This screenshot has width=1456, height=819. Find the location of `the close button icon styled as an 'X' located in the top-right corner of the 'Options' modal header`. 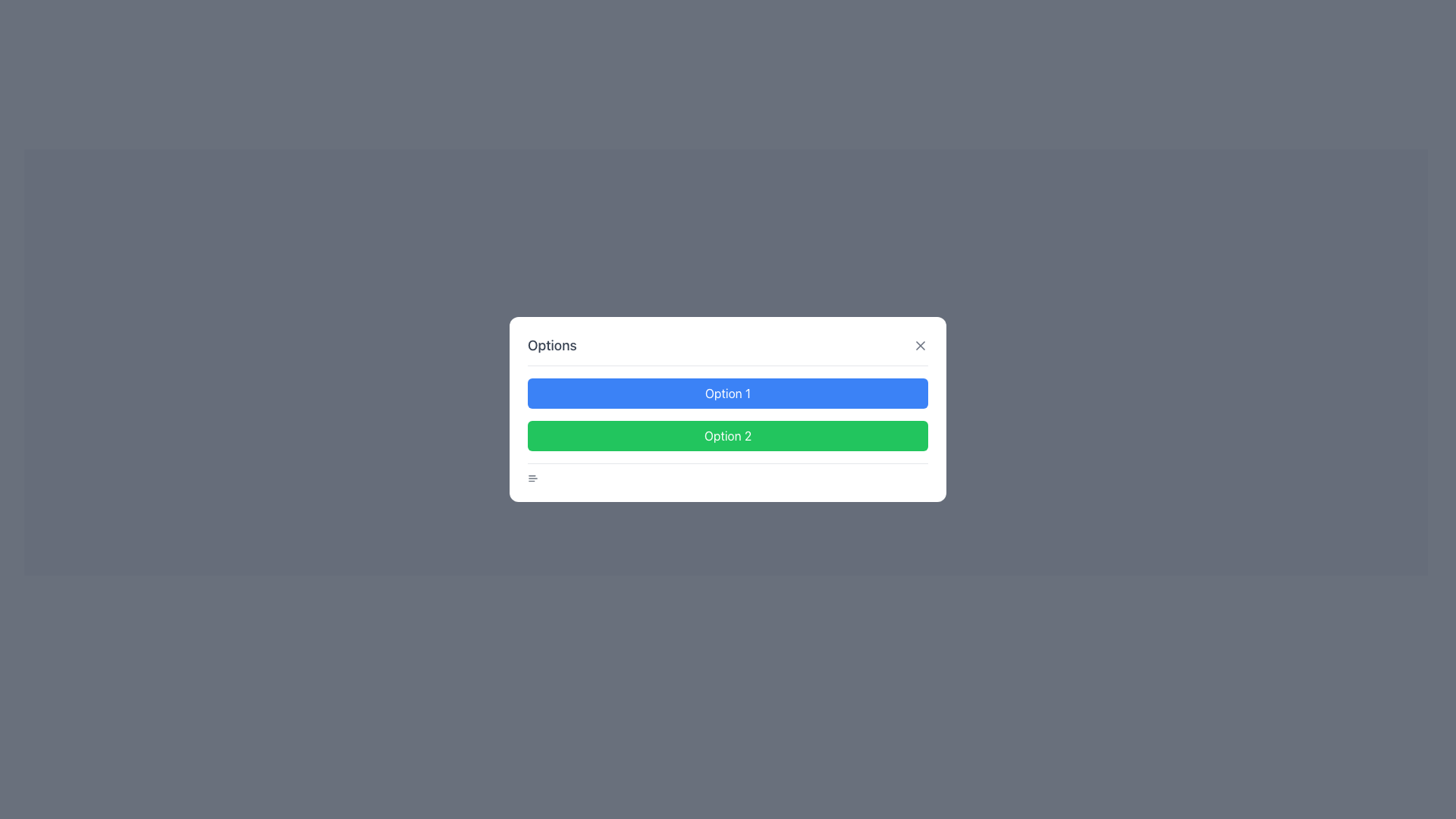

the close button icon styled as an 'X' located in the top-right corner of the 'Options' modal header is located at coordinates (920, 345).